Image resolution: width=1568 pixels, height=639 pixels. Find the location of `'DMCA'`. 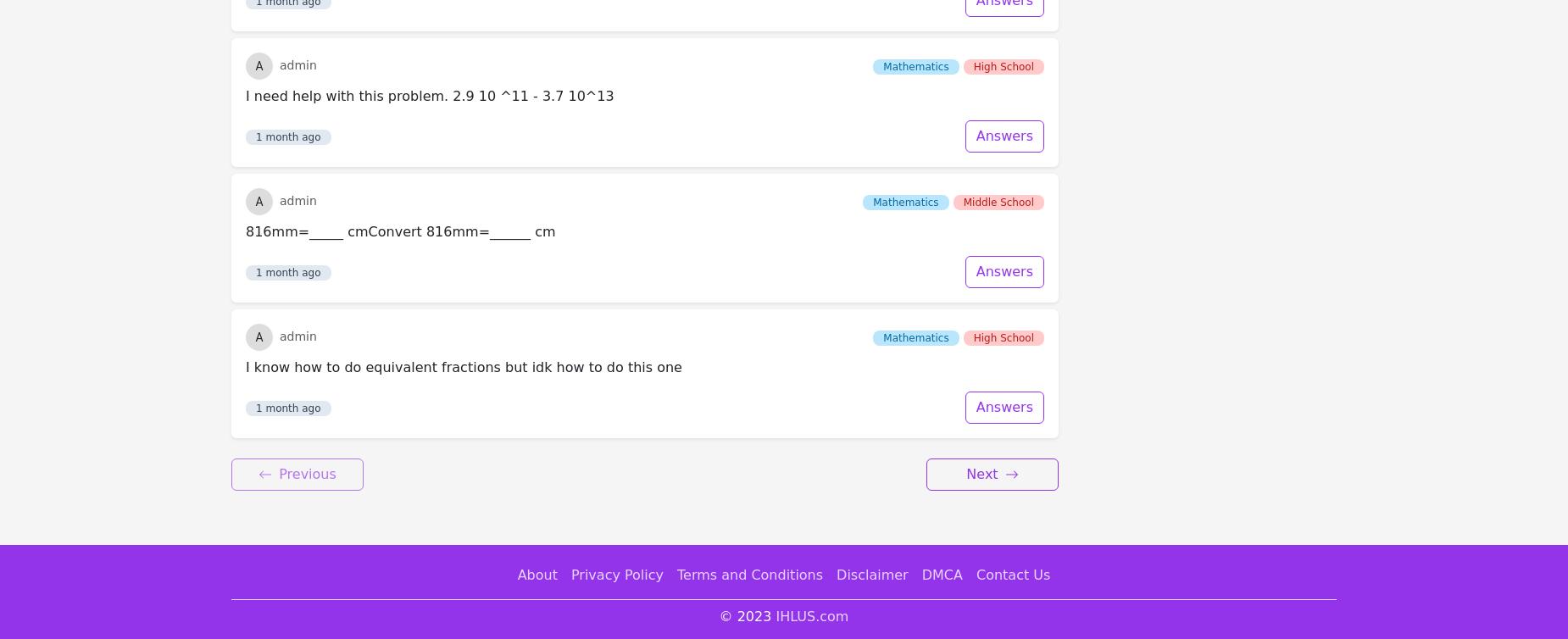

'DMCA' is located at coordinates (940, 394).